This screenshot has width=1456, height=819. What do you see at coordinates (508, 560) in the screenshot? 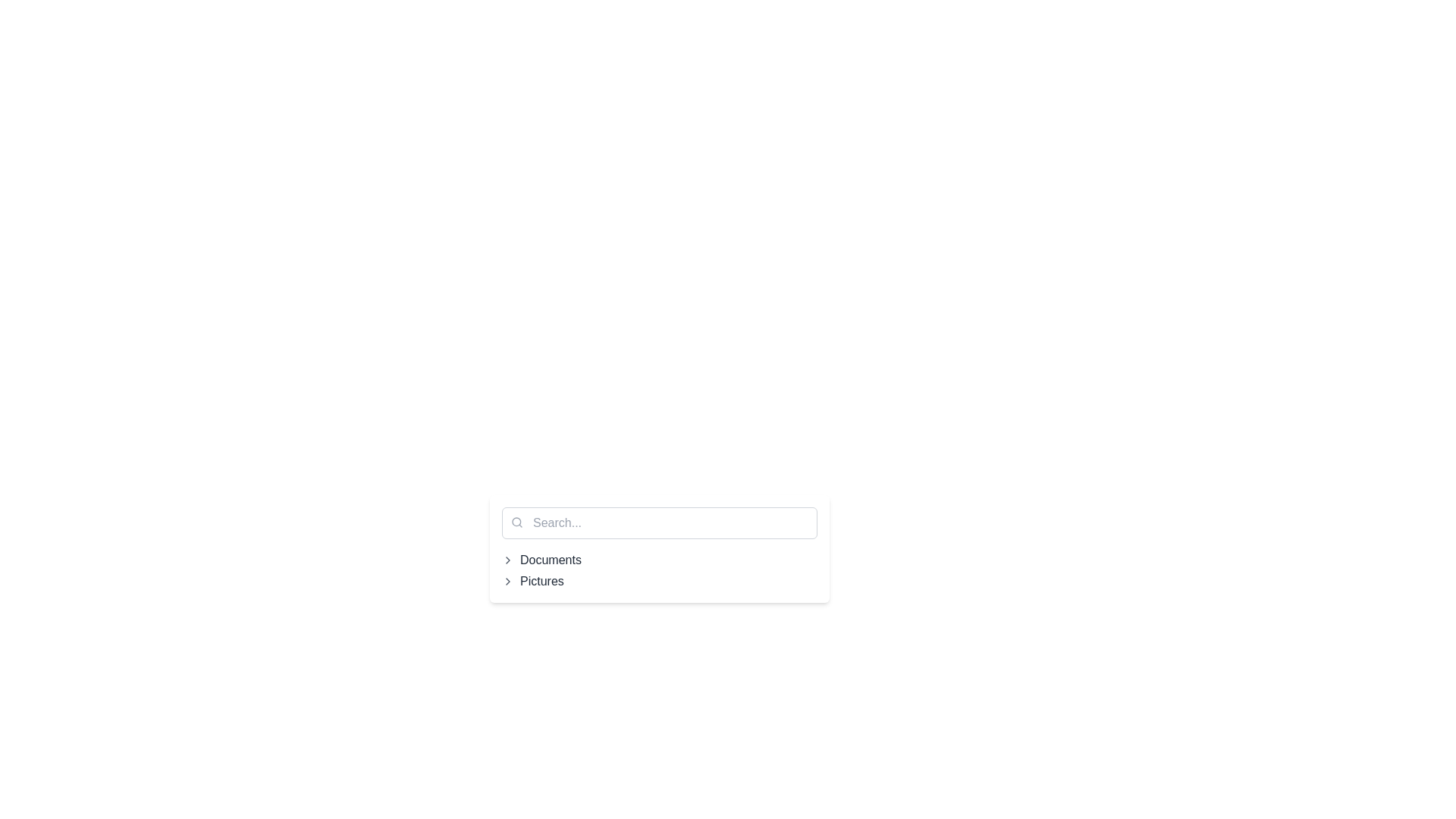
I see `the right-facing chevron icon located to the left of the 'Documents' text` at bounding box center [508, 560].